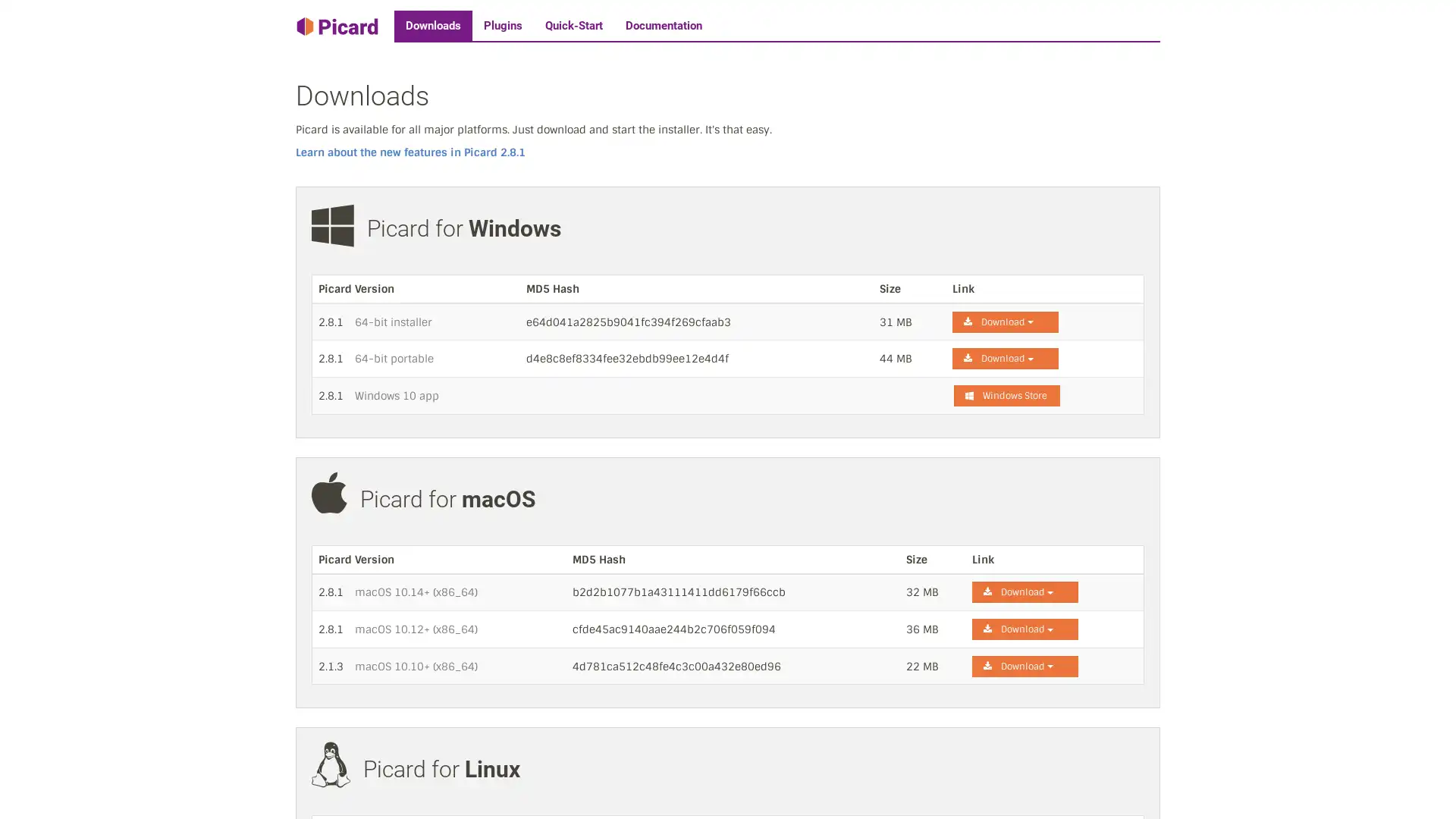 Image resolution: width=1456 pixels, height=819 pixels. What do you see at coordinates (1025, 665) in the screenshot?
I see `Download` at bounding box center [1025, 665].